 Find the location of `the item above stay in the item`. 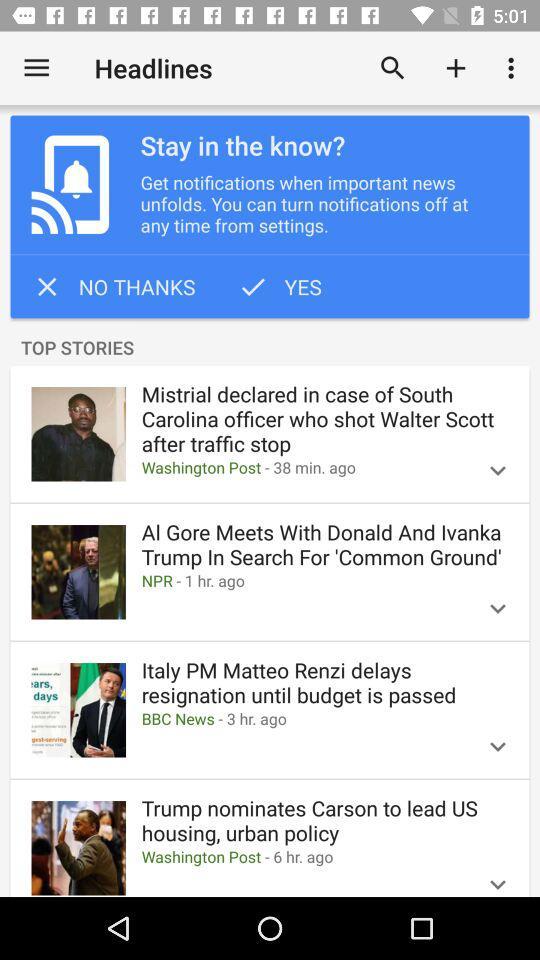

the item above stay in the item is located at coordinates (455, 68).